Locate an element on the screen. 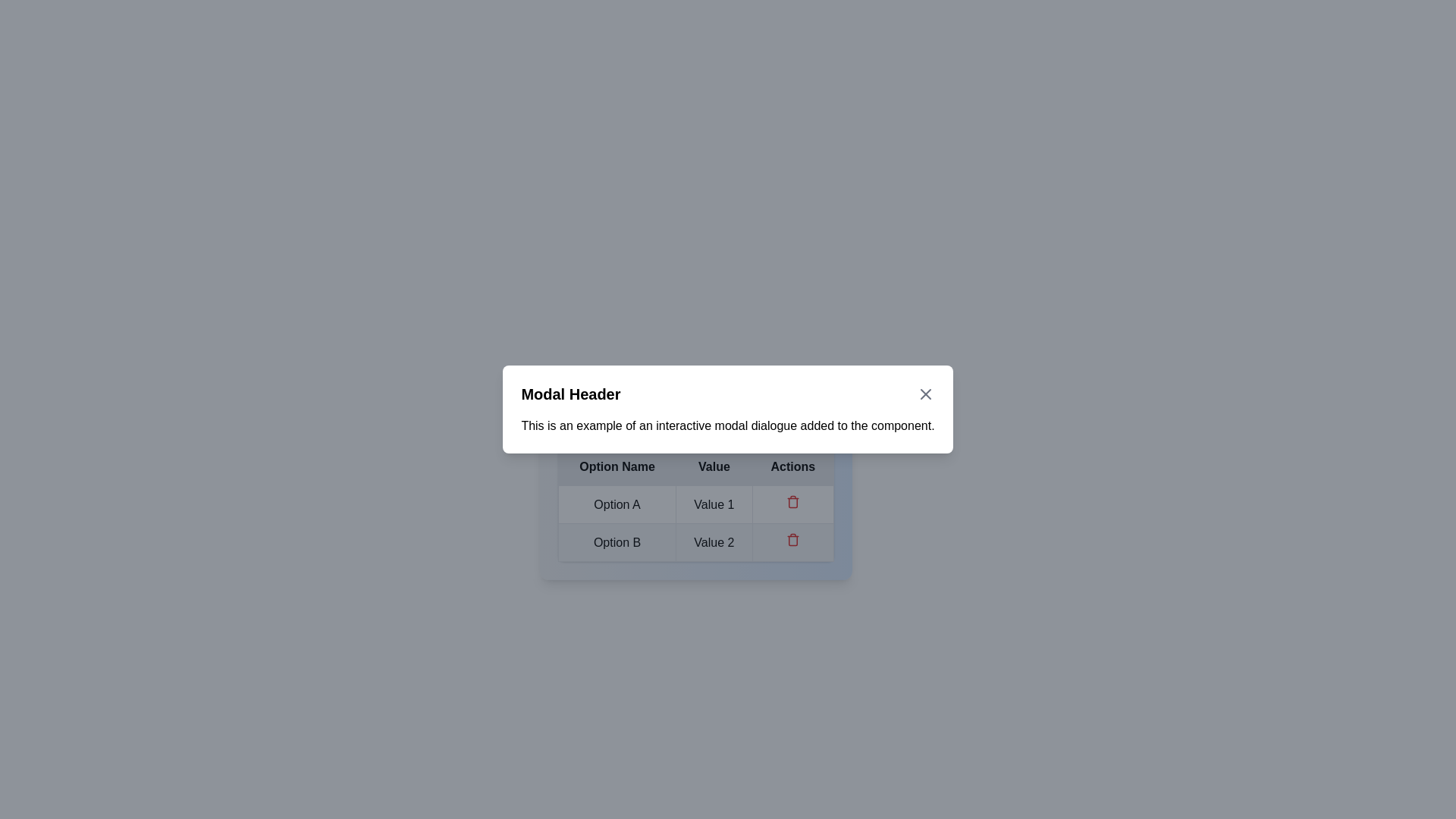 This screenshot has width=1456, height=819. on the first row of the table in the modal dialog that contains 'Option A' and 'Value 1' is located at coordinates (695, 504).